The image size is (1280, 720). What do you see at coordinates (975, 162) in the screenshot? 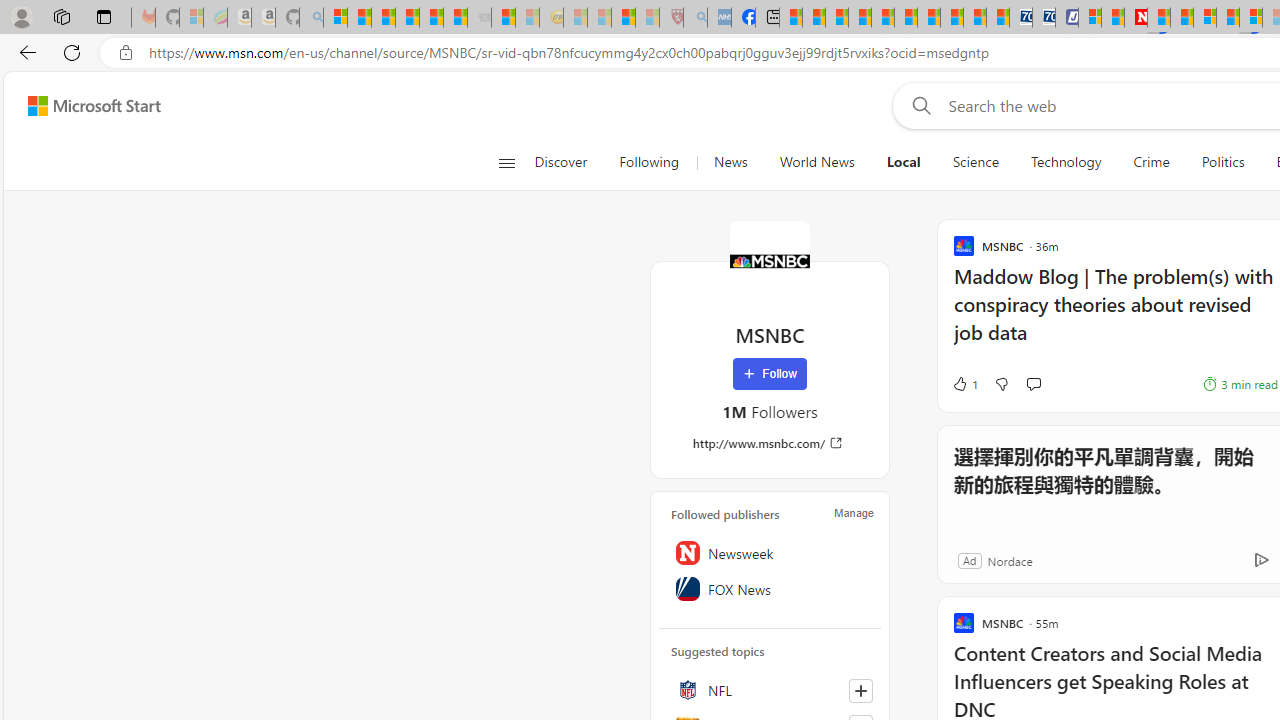
I see `'Science'` at bounding box center [975, 162].